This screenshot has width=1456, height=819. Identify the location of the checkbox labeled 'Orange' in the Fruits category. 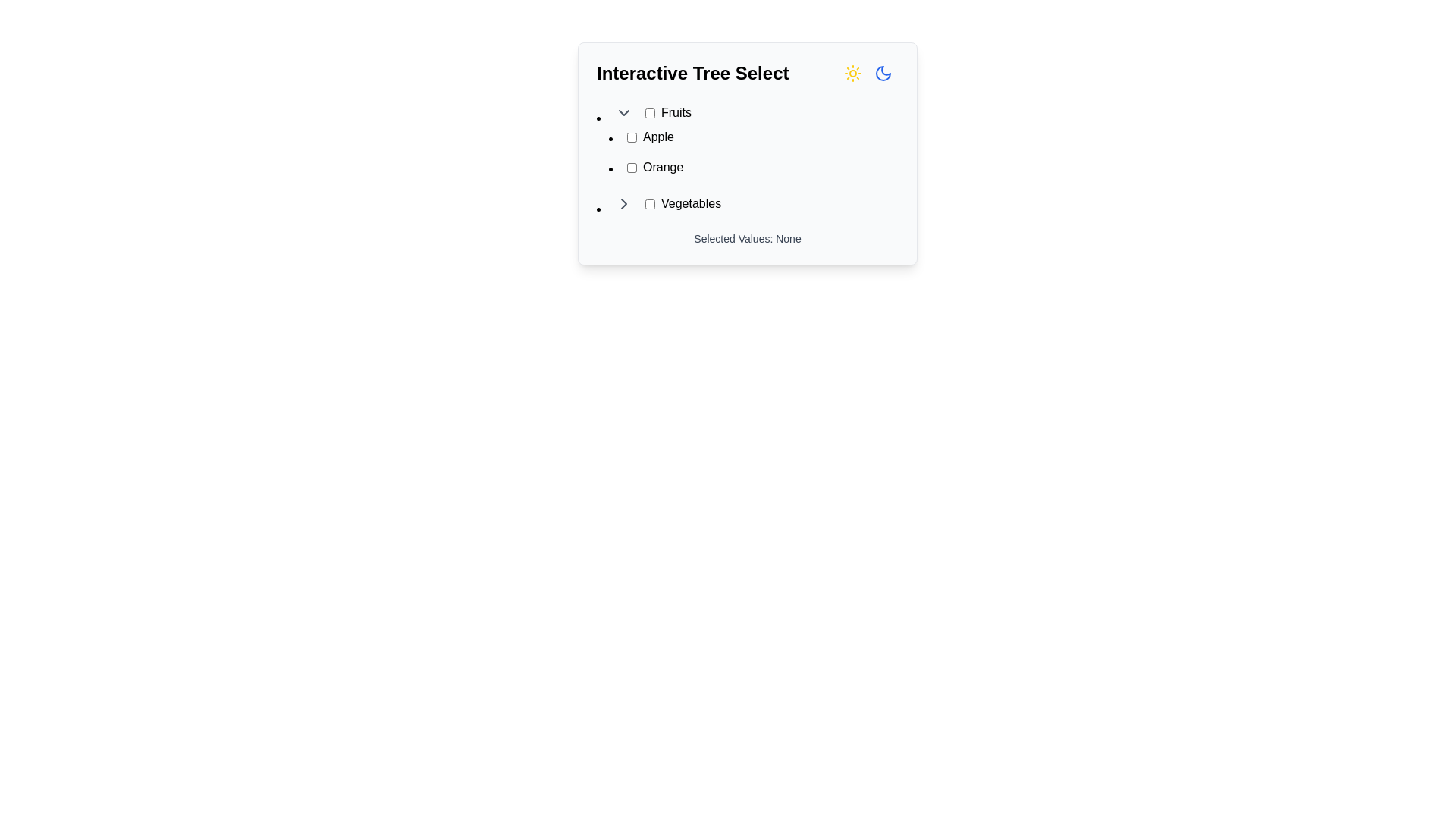
(747, 167).